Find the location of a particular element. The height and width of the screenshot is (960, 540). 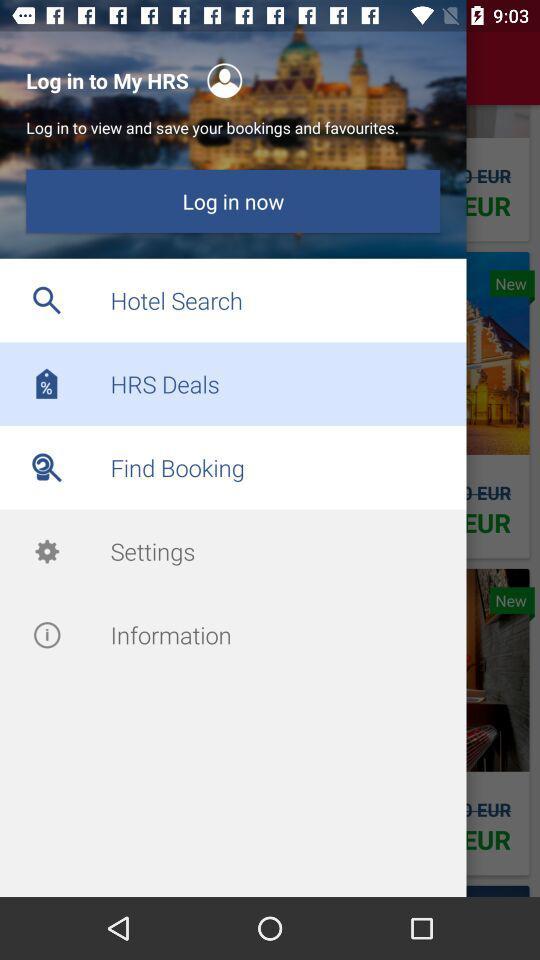

tap on the setting icon is located at coordinates (46, 552).